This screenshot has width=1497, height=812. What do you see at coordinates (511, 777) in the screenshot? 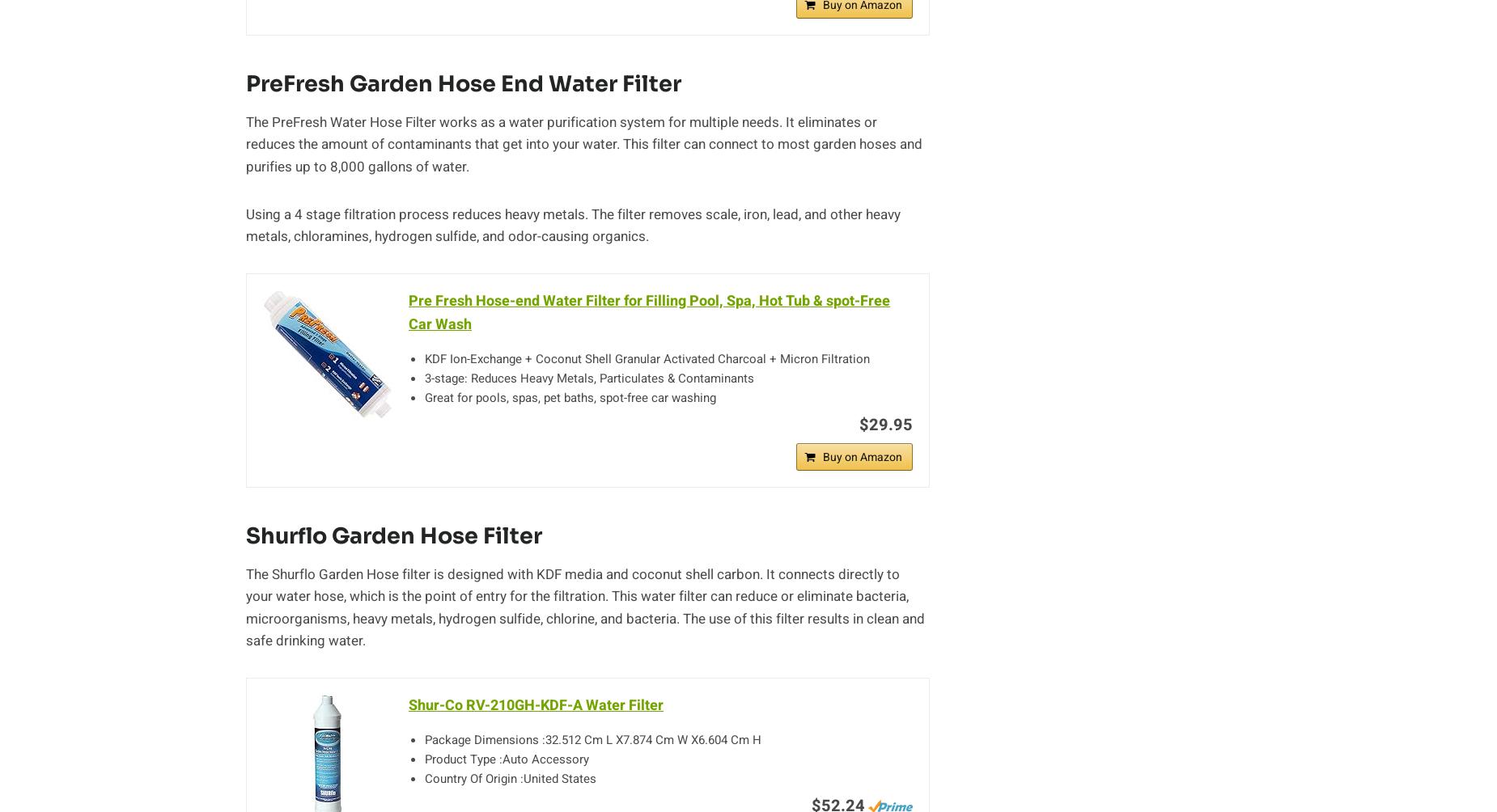
I see `'Country Of Origin :United States'` at bounding box center [511, 777].